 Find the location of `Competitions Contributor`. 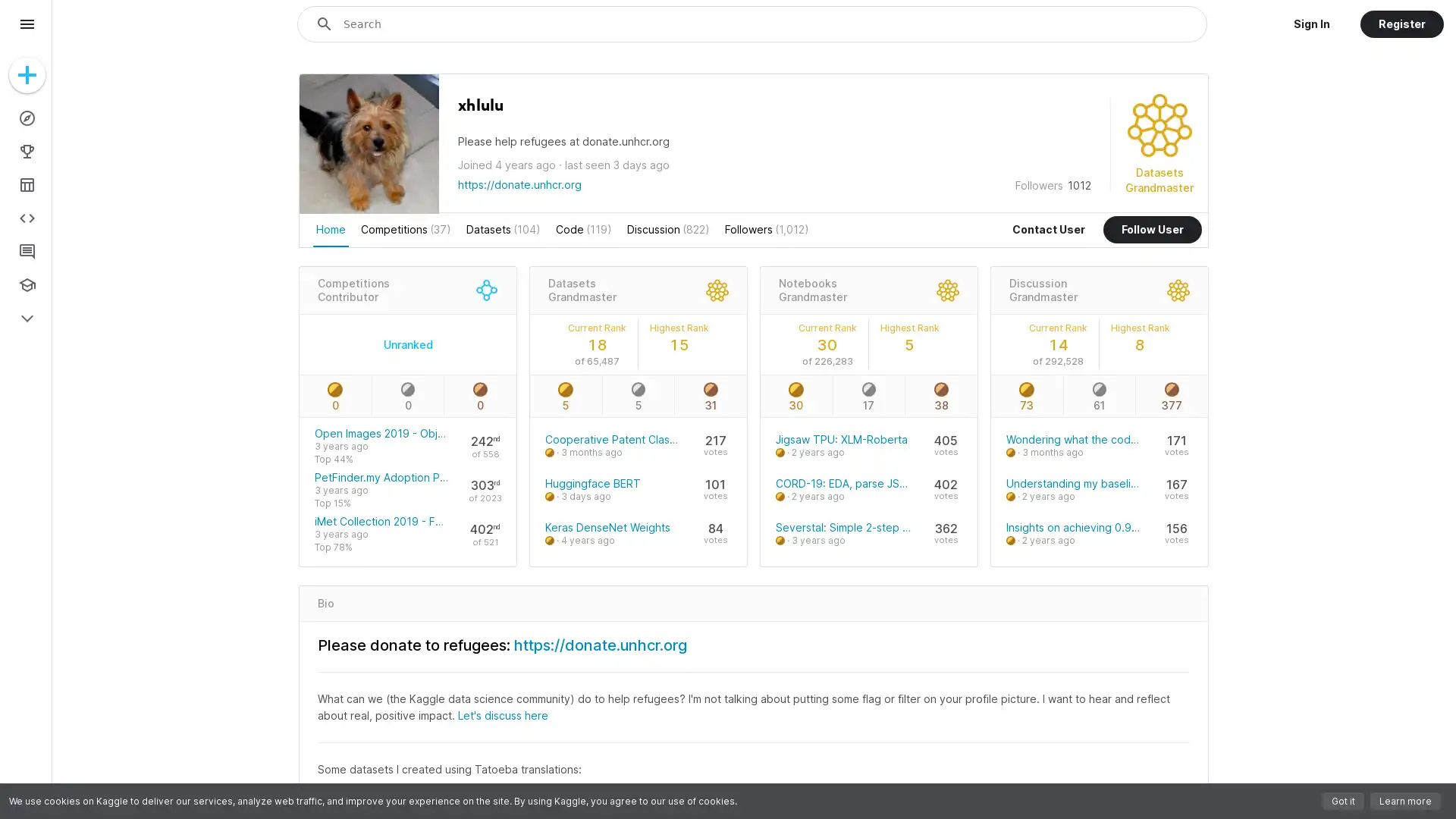

Competitions Contributor is located at coordinates (353, 290).